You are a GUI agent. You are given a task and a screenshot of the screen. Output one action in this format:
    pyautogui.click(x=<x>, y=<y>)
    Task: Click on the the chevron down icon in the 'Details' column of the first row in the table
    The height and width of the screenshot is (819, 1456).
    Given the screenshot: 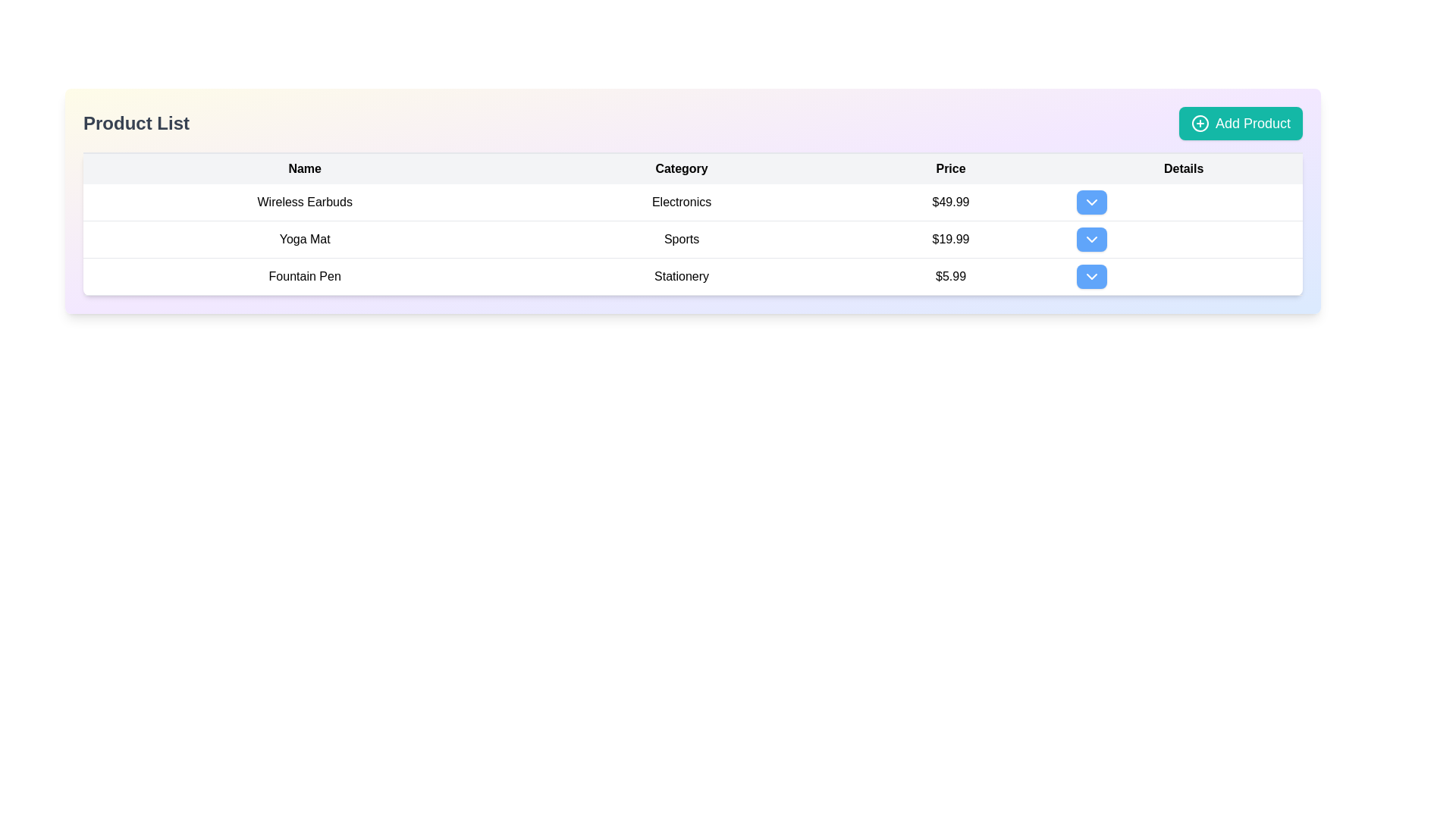 What is the action you would take?
    pyautogui.click(x=1092, y=201)
    